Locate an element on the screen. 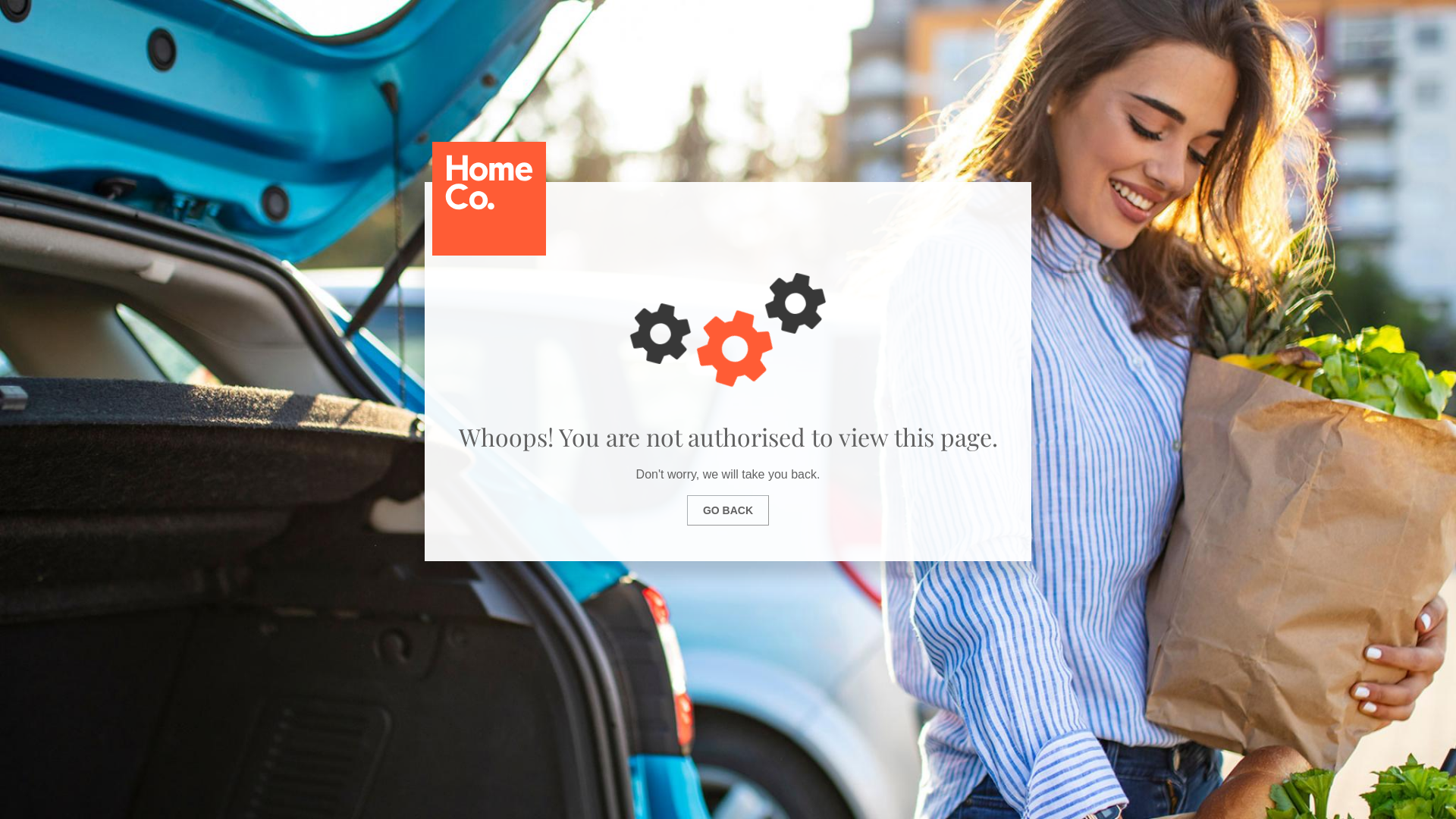 This screenshot has width=1456, height=819. 'GO BACK' is located at coordinates (728, 510).